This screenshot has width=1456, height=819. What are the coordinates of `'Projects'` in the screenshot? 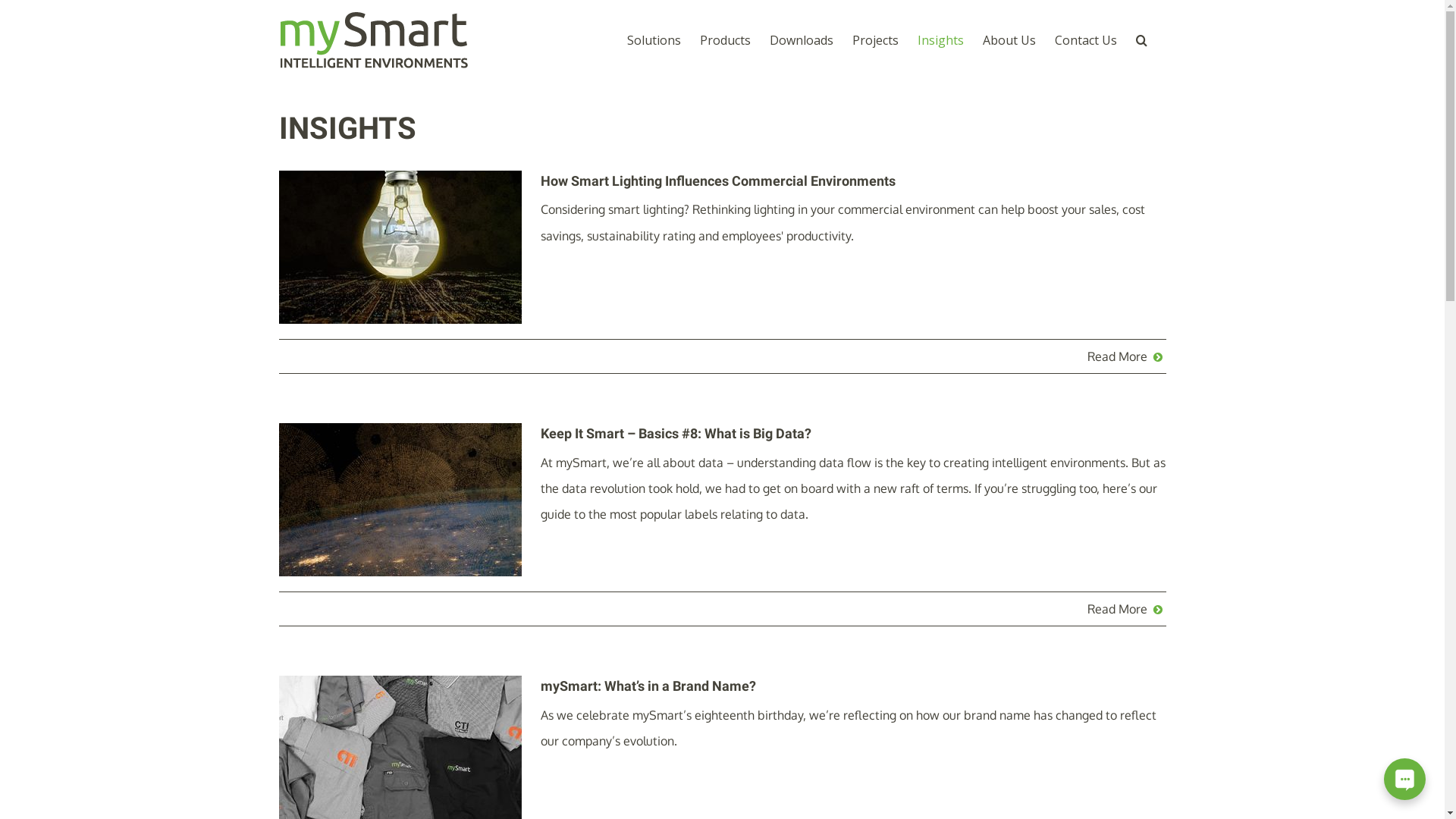 It's located at (852, 39).